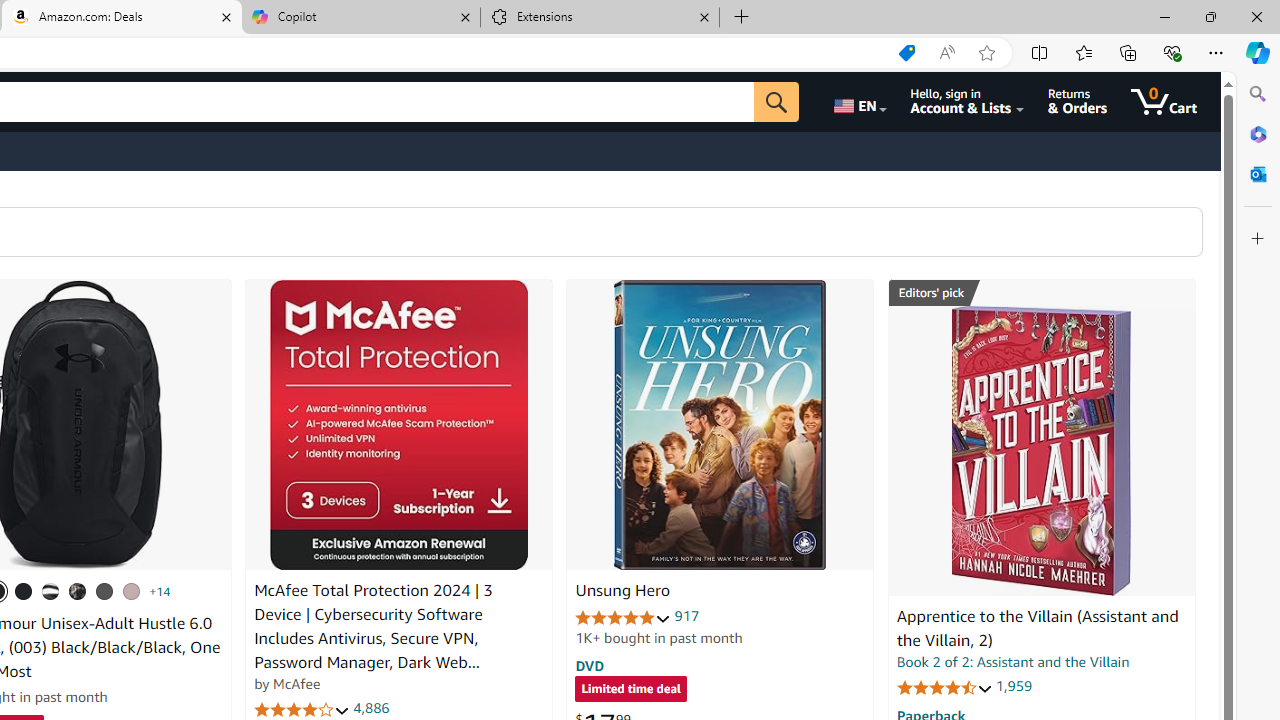 This screenshot has width=1280, height=720. I want to click on 'Restore', so click(1209, 16).